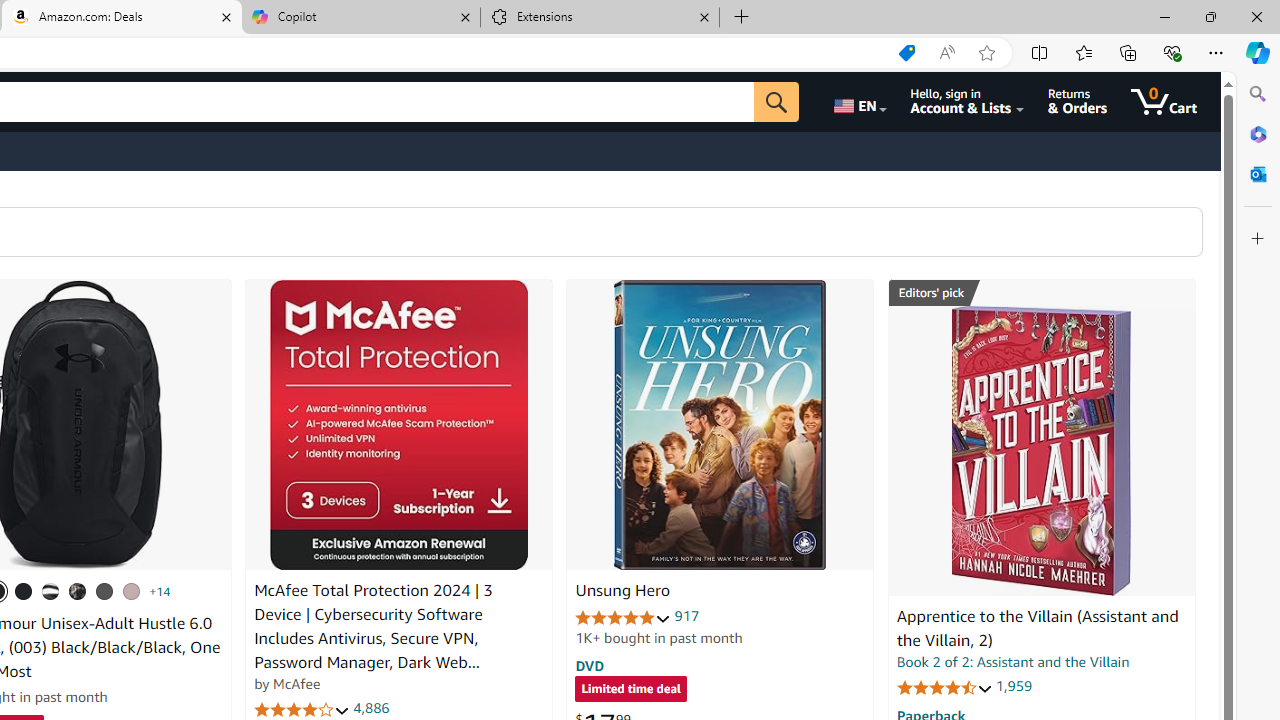 This screenshot has width=1280, height=720. I want to click on 'Restore', so click(1209, 16).